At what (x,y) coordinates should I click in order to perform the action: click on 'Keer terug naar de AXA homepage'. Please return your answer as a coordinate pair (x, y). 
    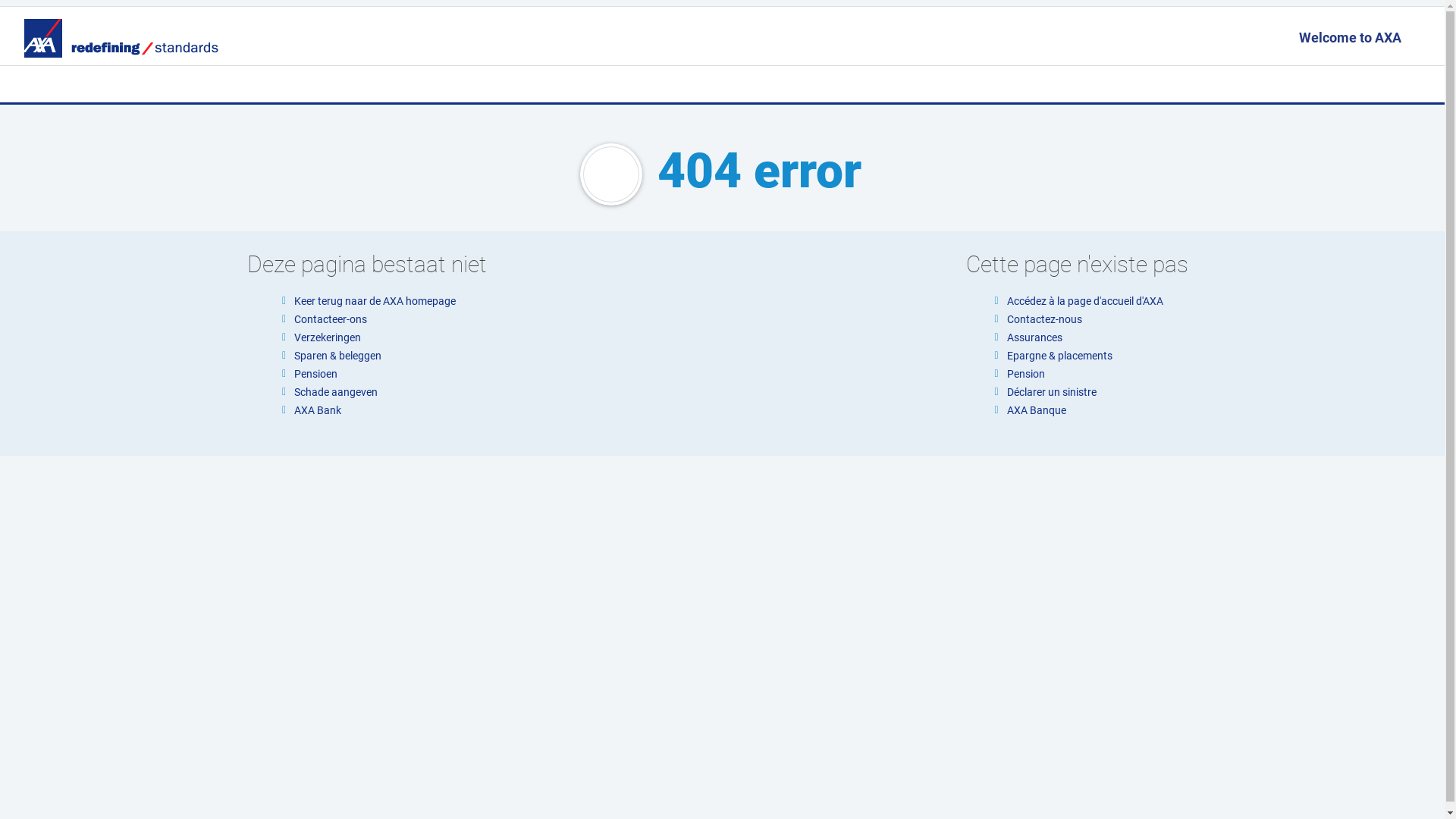
    Looking at the image, I should click on (375, 301).